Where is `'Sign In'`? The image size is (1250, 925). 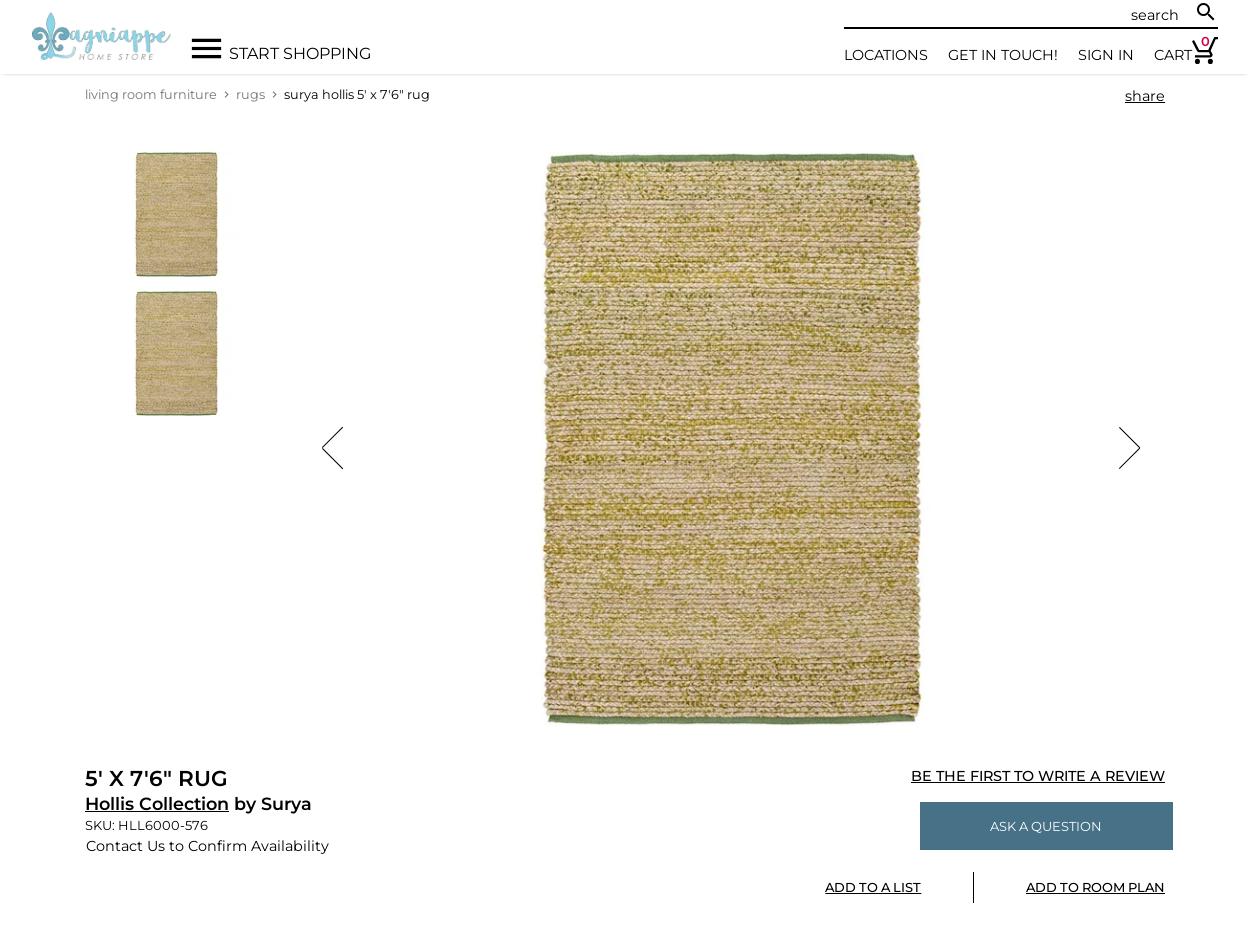 'Sign In' is located at coordinates (1077, 54).